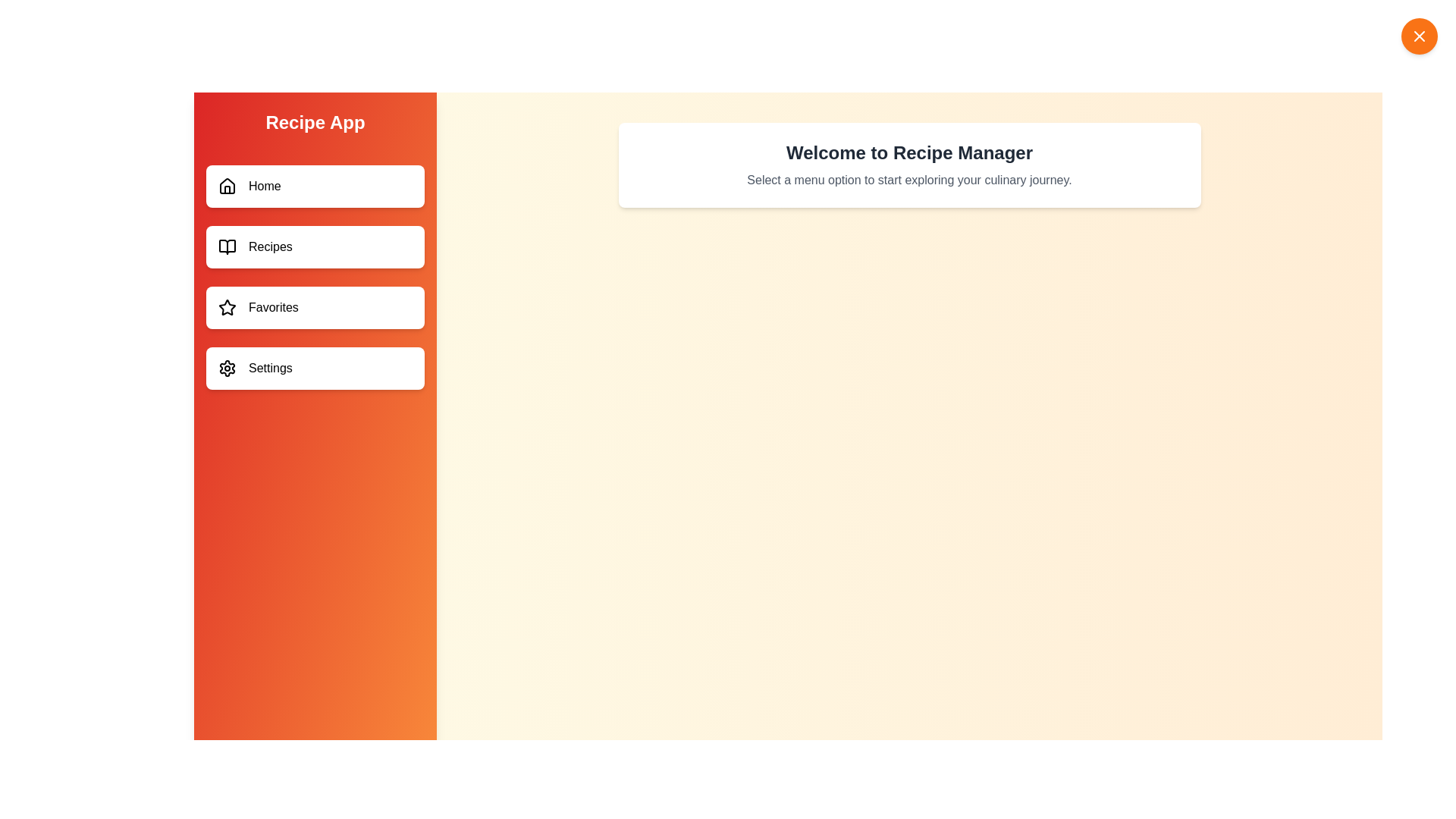  I want to click on the menu item labeled Home, so click(315, 186).